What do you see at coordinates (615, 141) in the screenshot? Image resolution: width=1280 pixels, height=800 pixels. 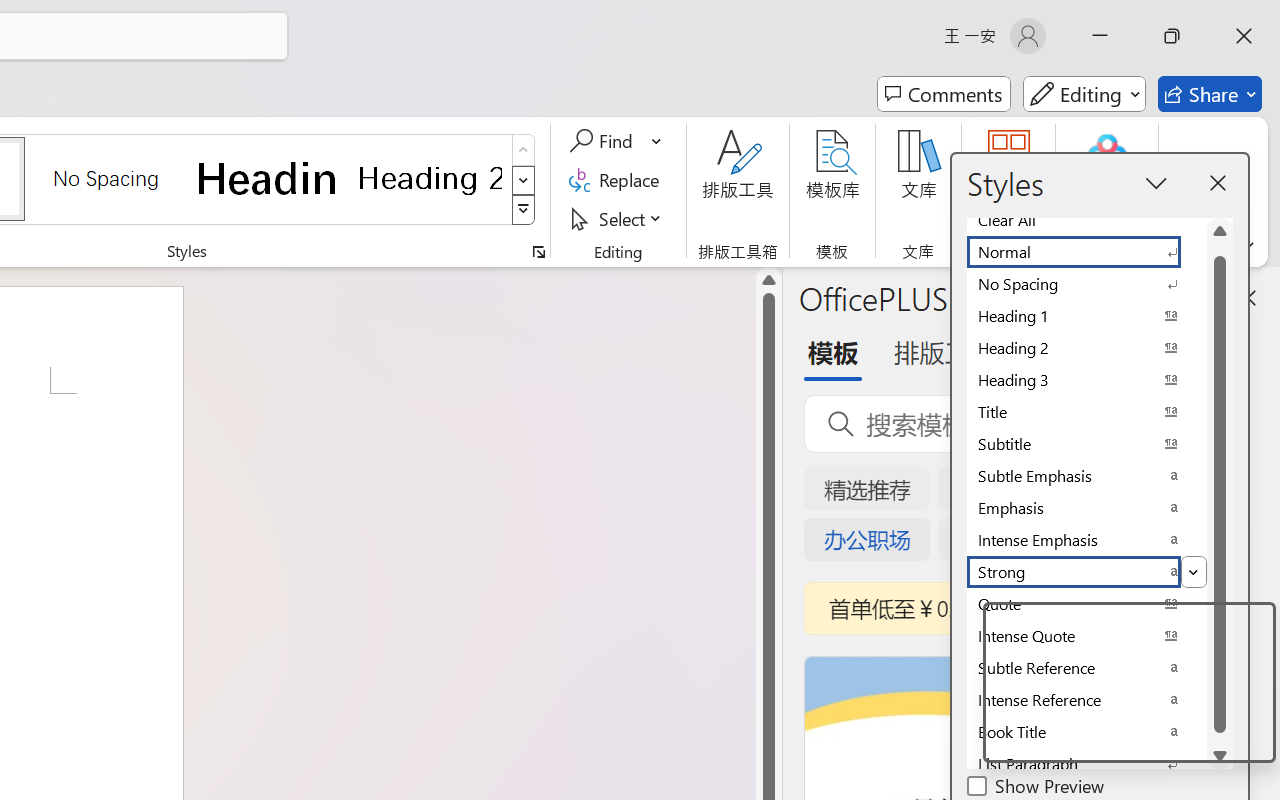 I see `'Find'` at bounding box center [615, 141].